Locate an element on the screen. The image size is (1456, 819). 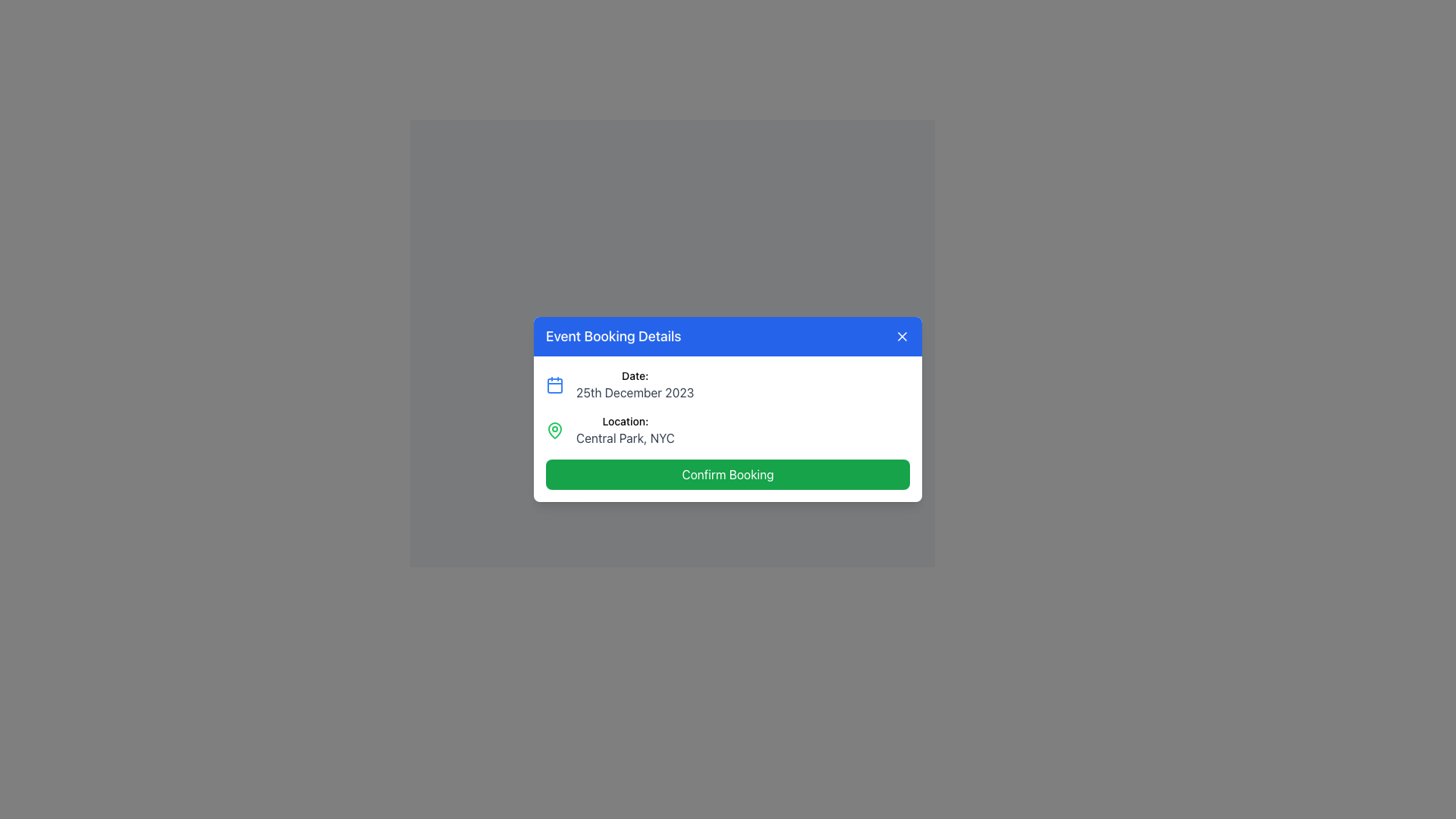
map pin icon element, which is part of the Event Booking Details dialog, characterized by a green outline and rounded pin shape, located next to the 'Location' label is located at coordinates (554, 430).